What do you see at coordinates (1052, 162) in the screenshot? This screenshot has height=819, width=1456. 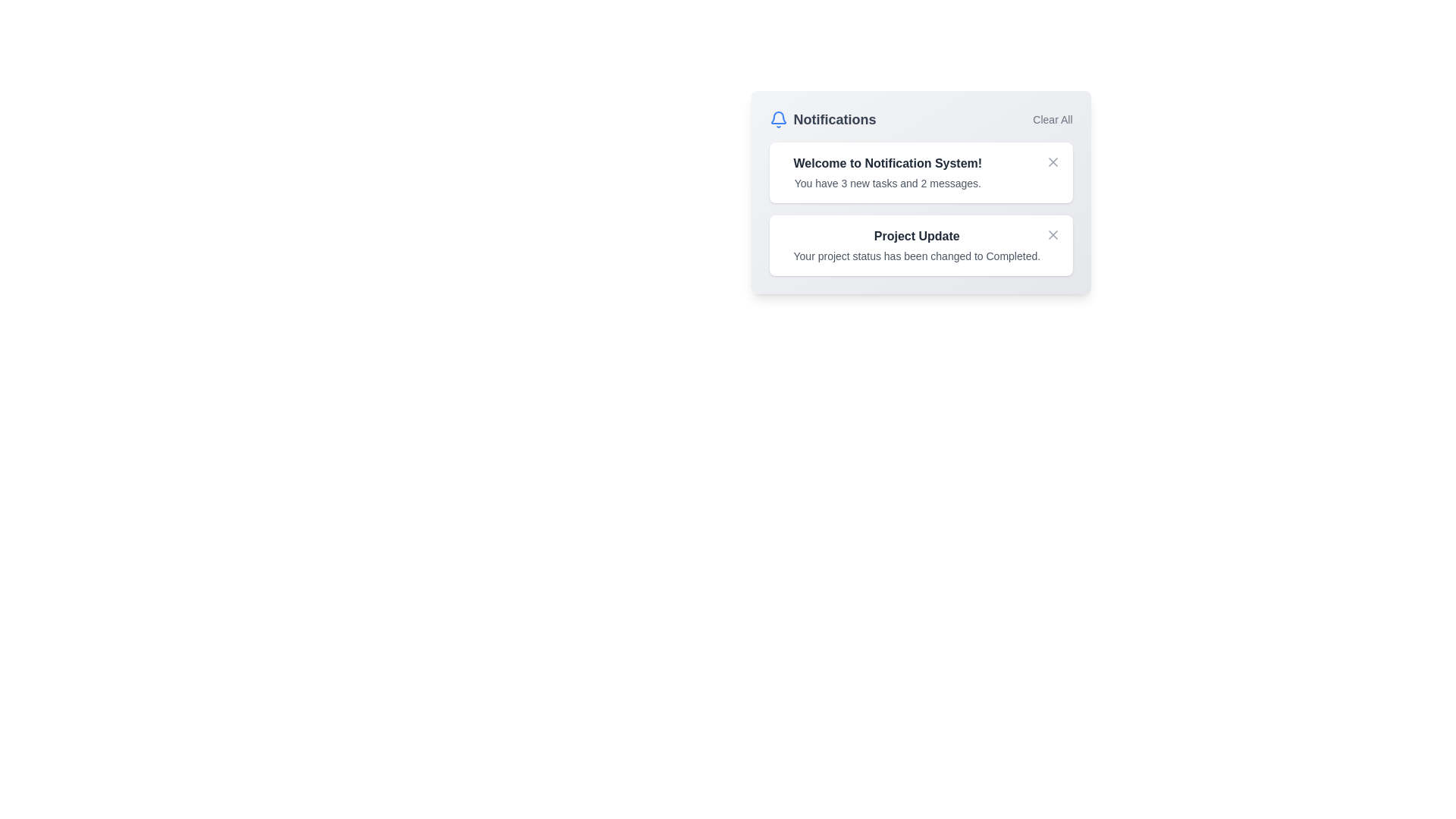 I see `the close icon button (shaped like an 'X') in the top-right corner of the notification item` at bounding box center [1052, 162].